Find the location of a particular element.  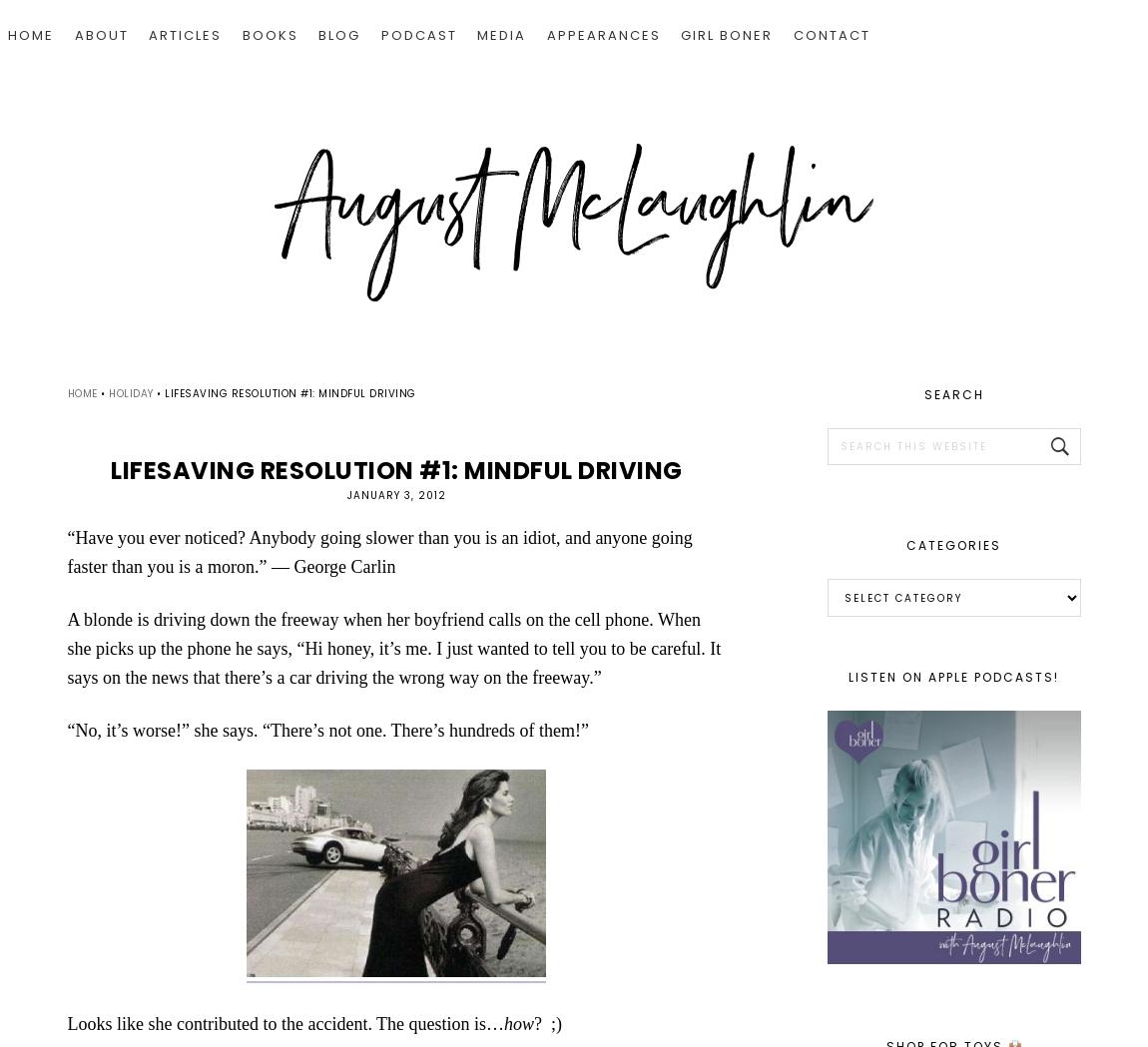

'ABOUT' is located at coordinates (72, 34).